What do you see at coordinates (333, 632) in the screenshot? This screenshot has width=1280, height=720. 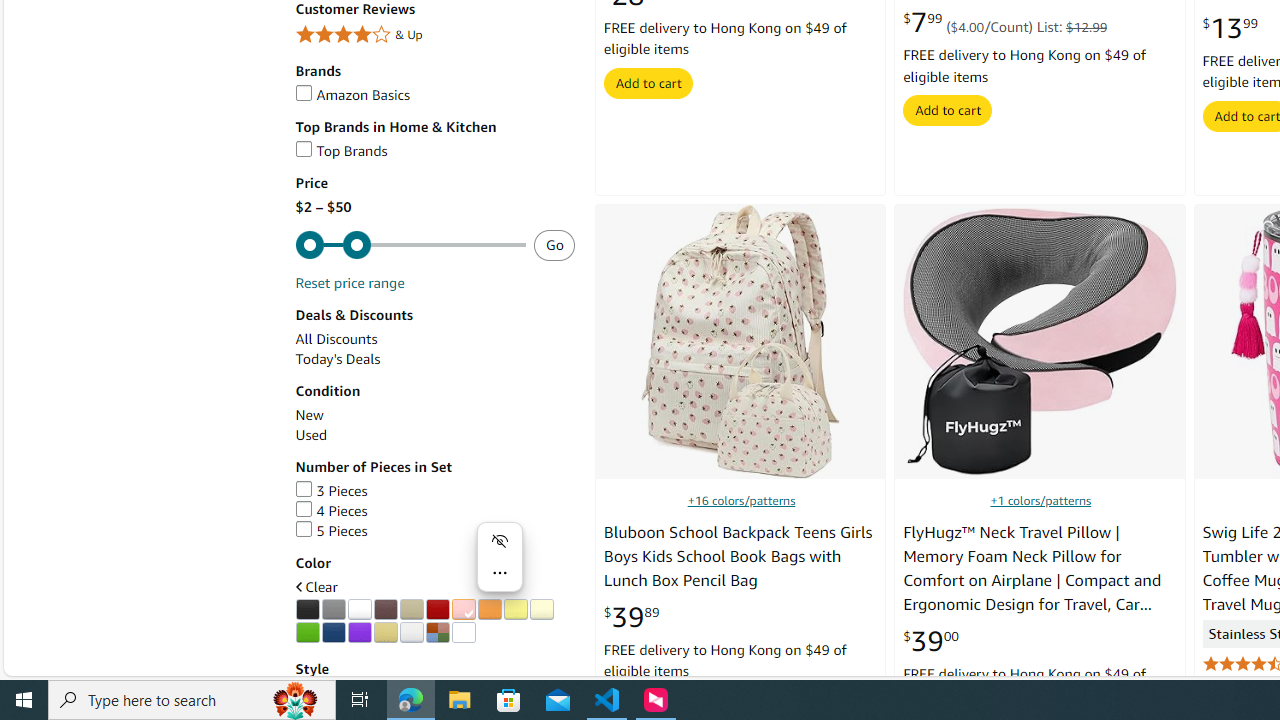 I see `'Blue'` at bounding box center [333, 632].